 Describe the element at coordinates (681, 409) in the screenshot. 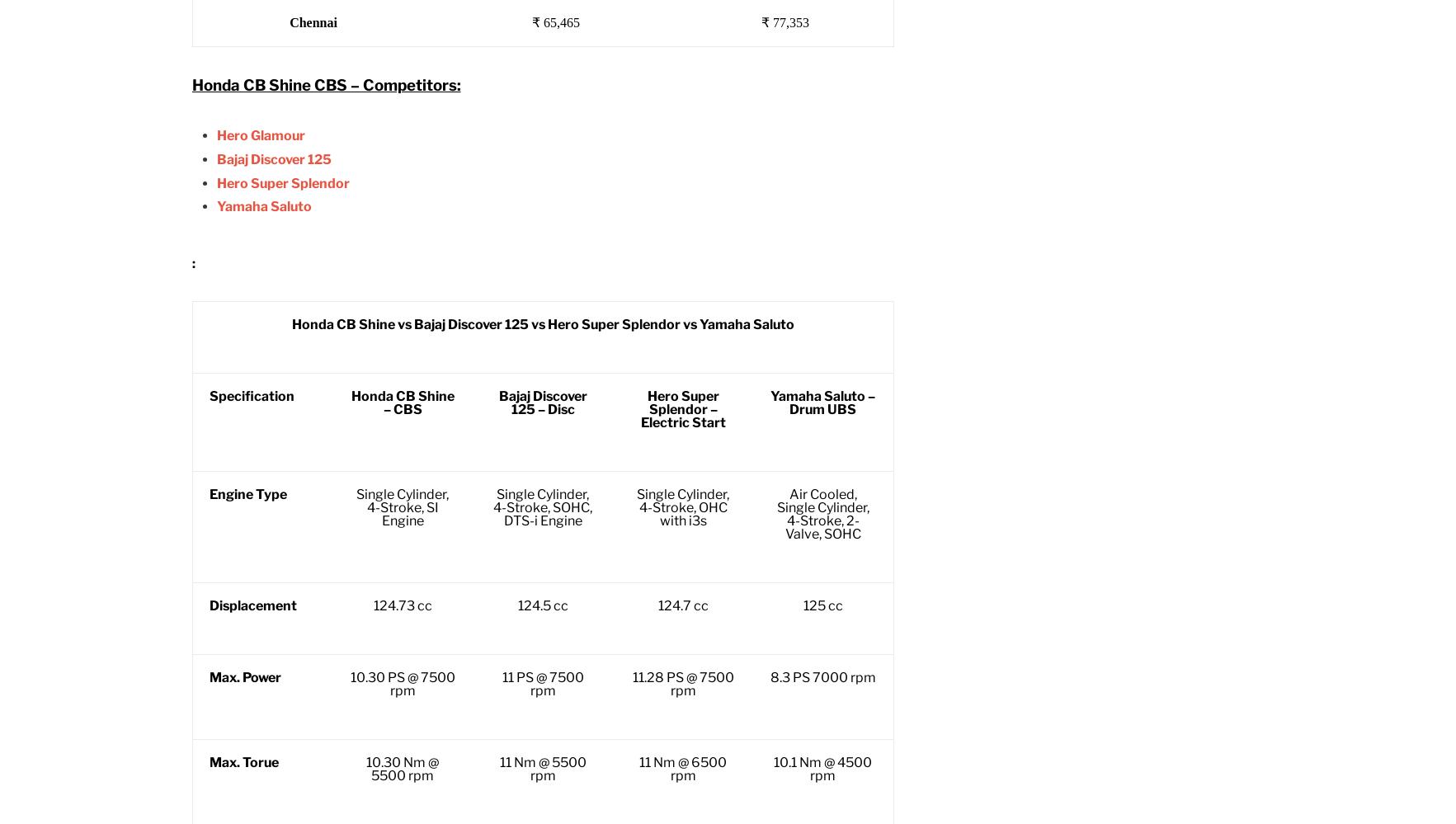

I see `'Hero Super Splendor – Electric Start'` at that location.